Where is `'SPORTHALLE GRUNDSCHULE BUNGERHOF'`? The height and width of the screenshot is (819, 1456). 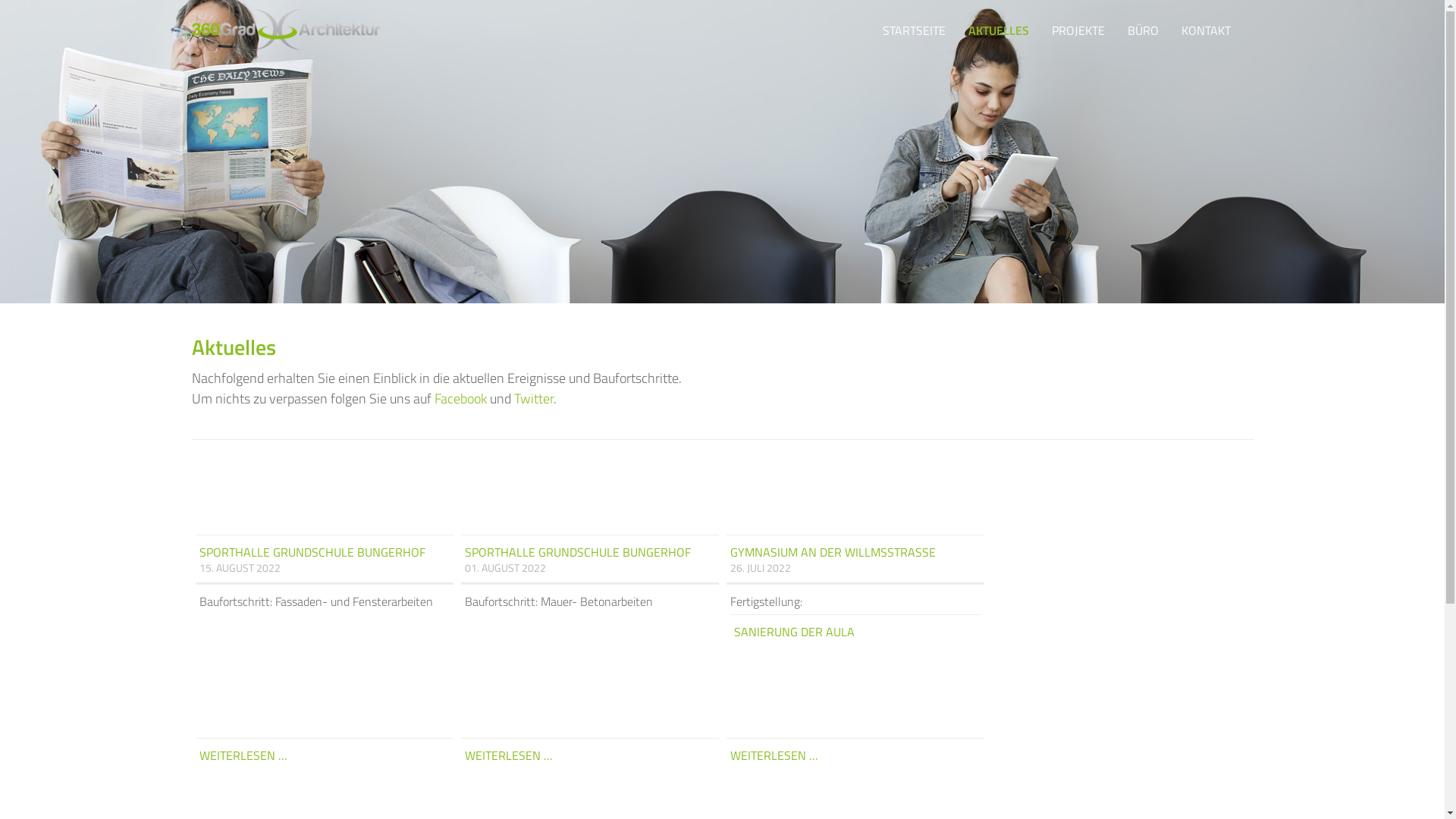
'SPORTHALLE GRUNDSCHULE BUNGERHOF' is located at coordinates (323, 548).